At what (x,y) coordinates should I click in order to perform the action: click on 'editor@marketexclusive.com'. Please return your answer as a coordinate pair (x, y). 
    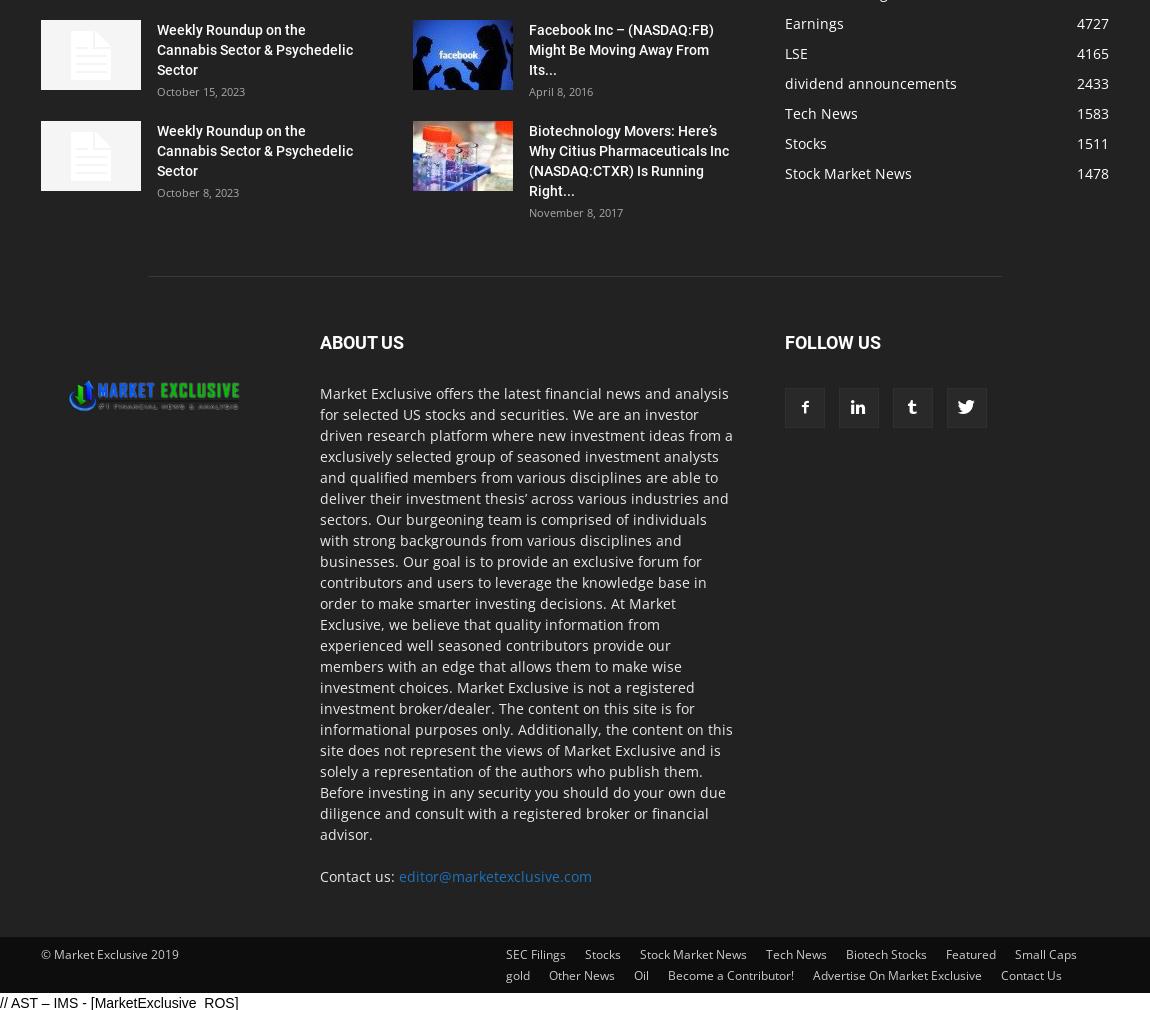
    Looking at the image, I should click on (399, 876).